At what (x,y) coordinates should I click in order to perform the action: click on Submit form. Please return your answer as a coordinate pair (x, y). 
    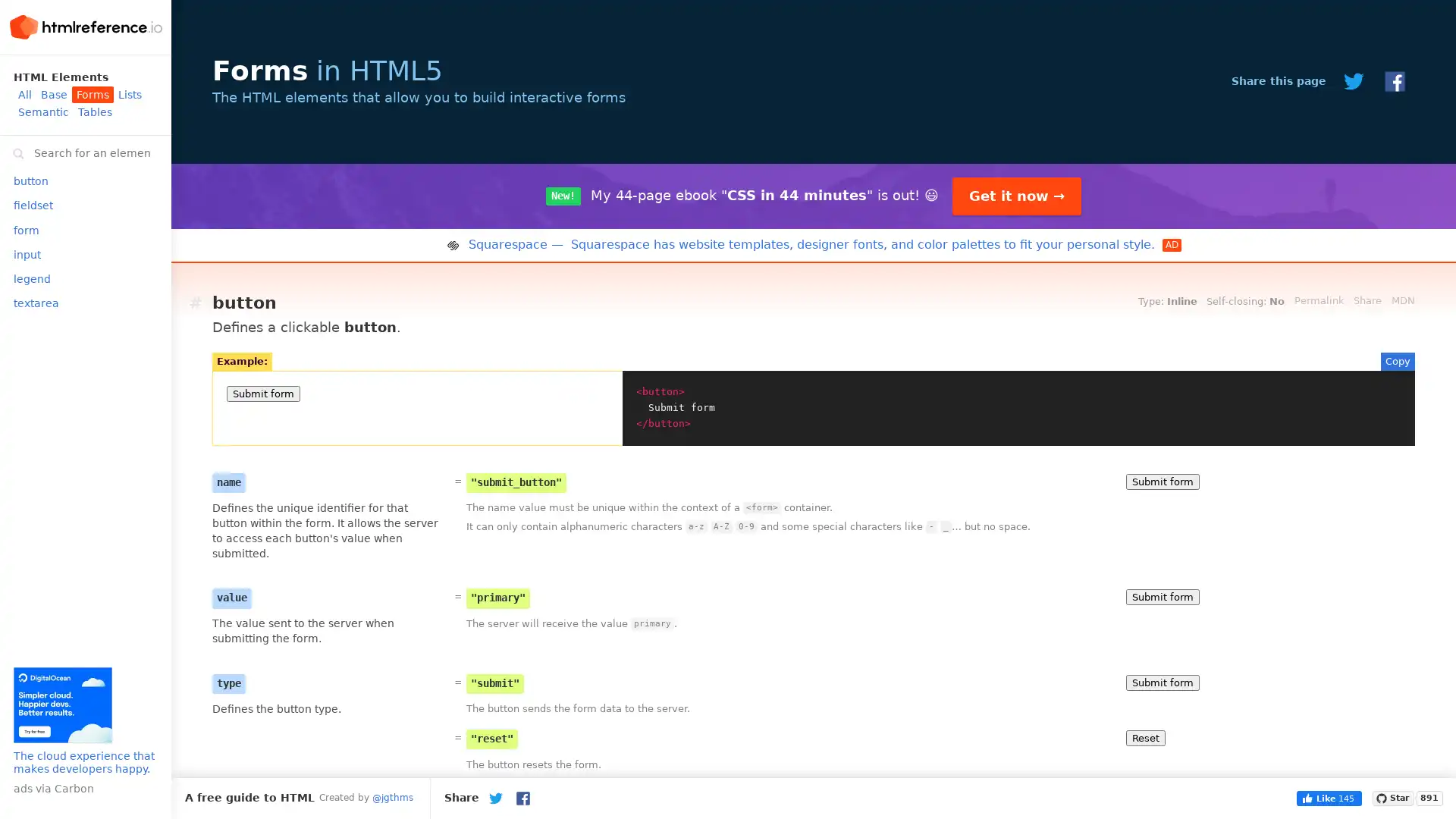
    Looking at the image, I should click on (1162, 681).